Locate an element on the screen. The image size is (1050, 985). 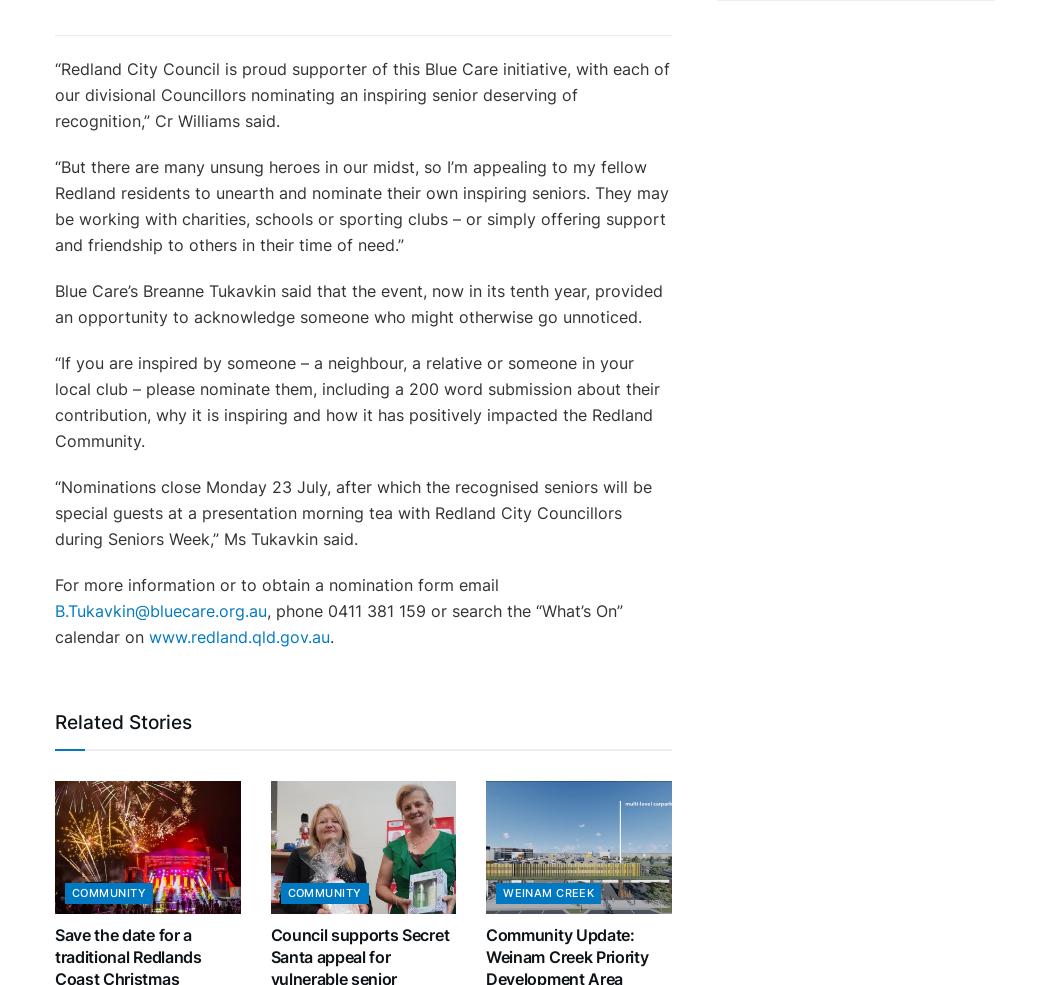
'Blue Care’s Breanne Tukavkin said that the event, now in its tenth year, provided an opportunity to acknowledge someone who might otherwise go unnoticed.' is located at coordinates (357, 302).